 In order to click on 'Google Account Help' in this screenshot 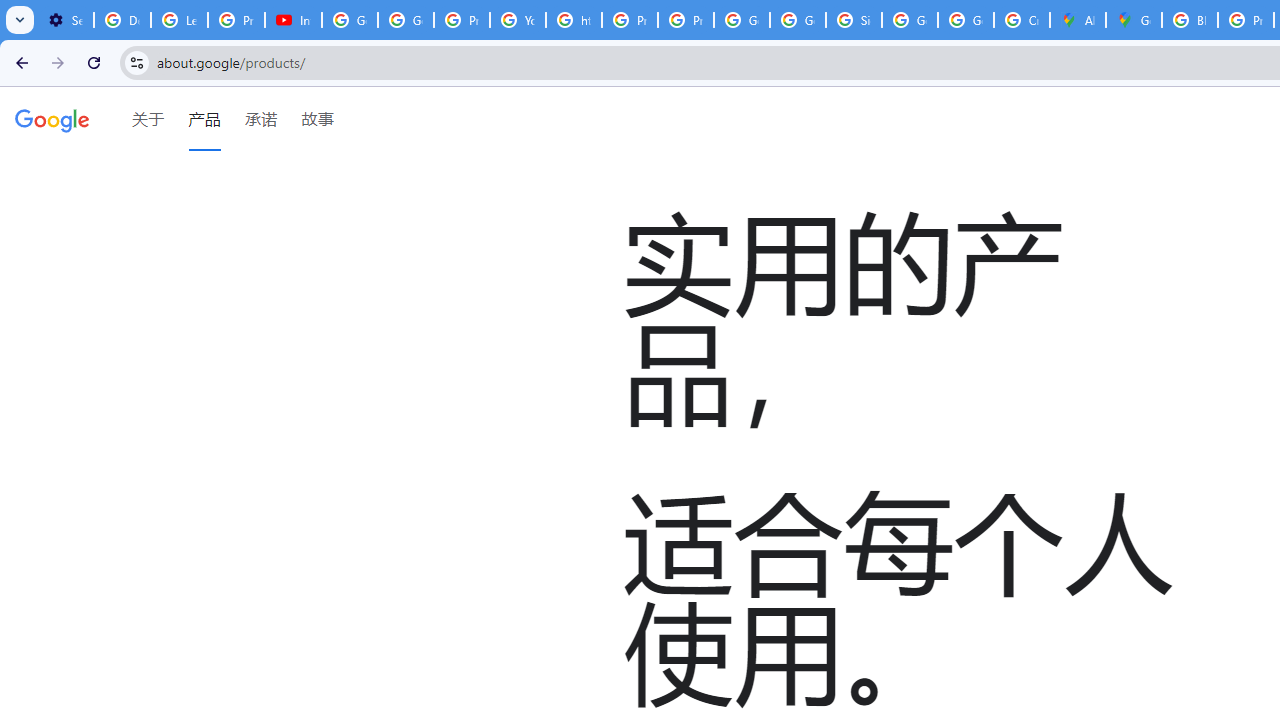, I will do `click(350, 20)`.